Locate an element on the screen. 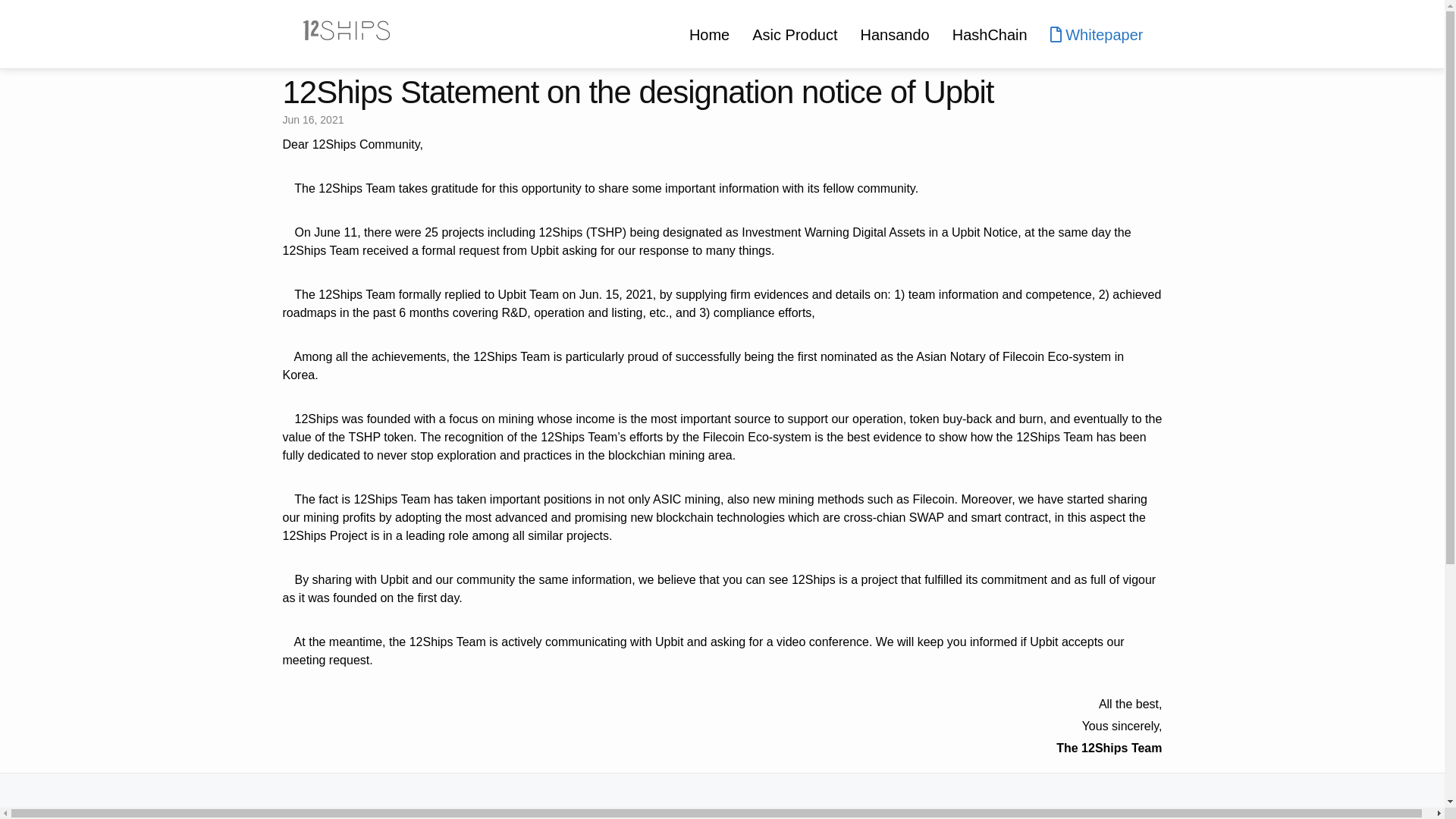 Image resolution: width=1456 pixels, height=819 pixels. 'HashChain' is located at coordinates (990, 34).